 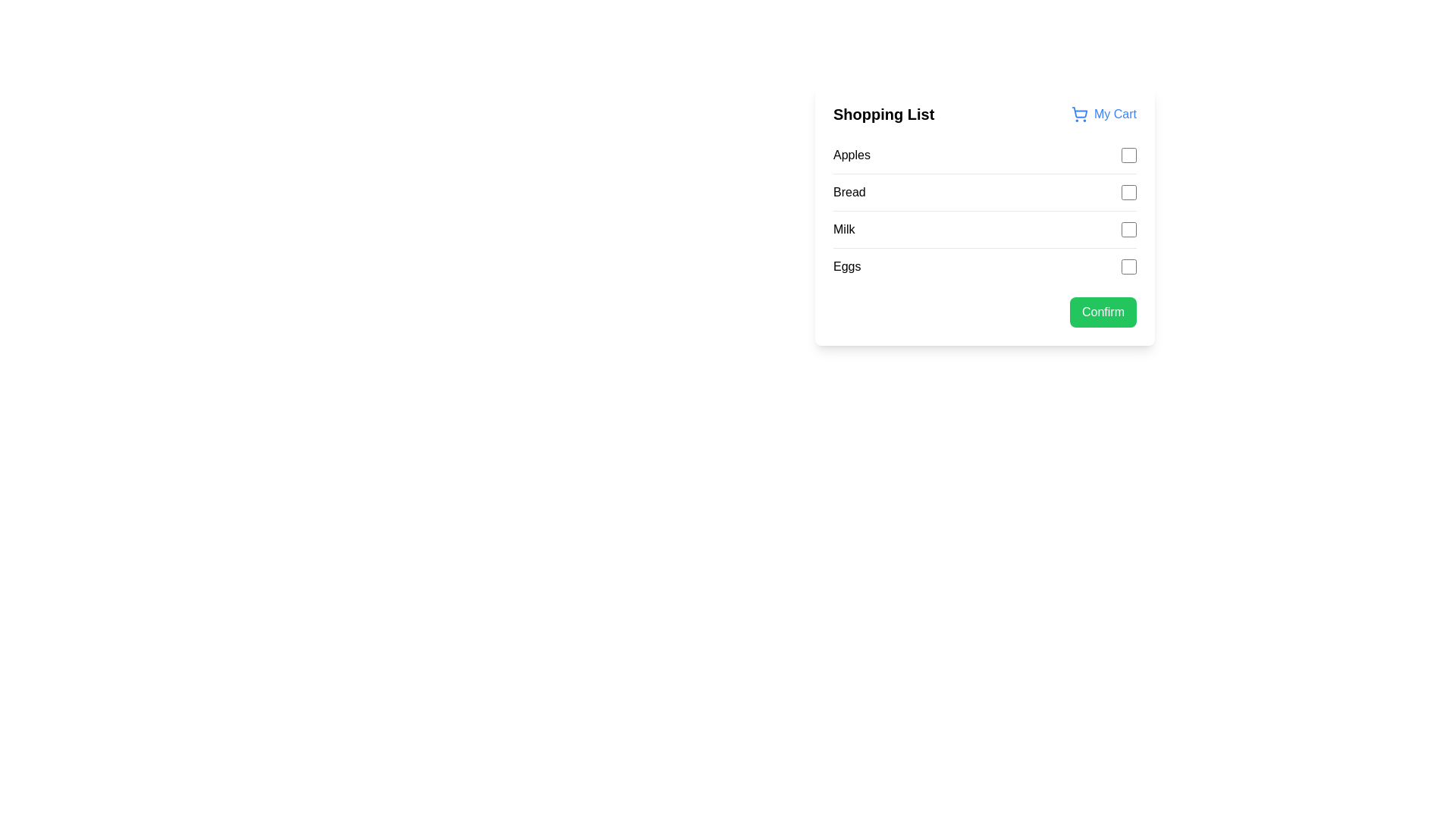 I want to click on the shopping cart icon located in the header of the shopping list card, next to the 'My Cart' label, so click(x=1079, y=111).